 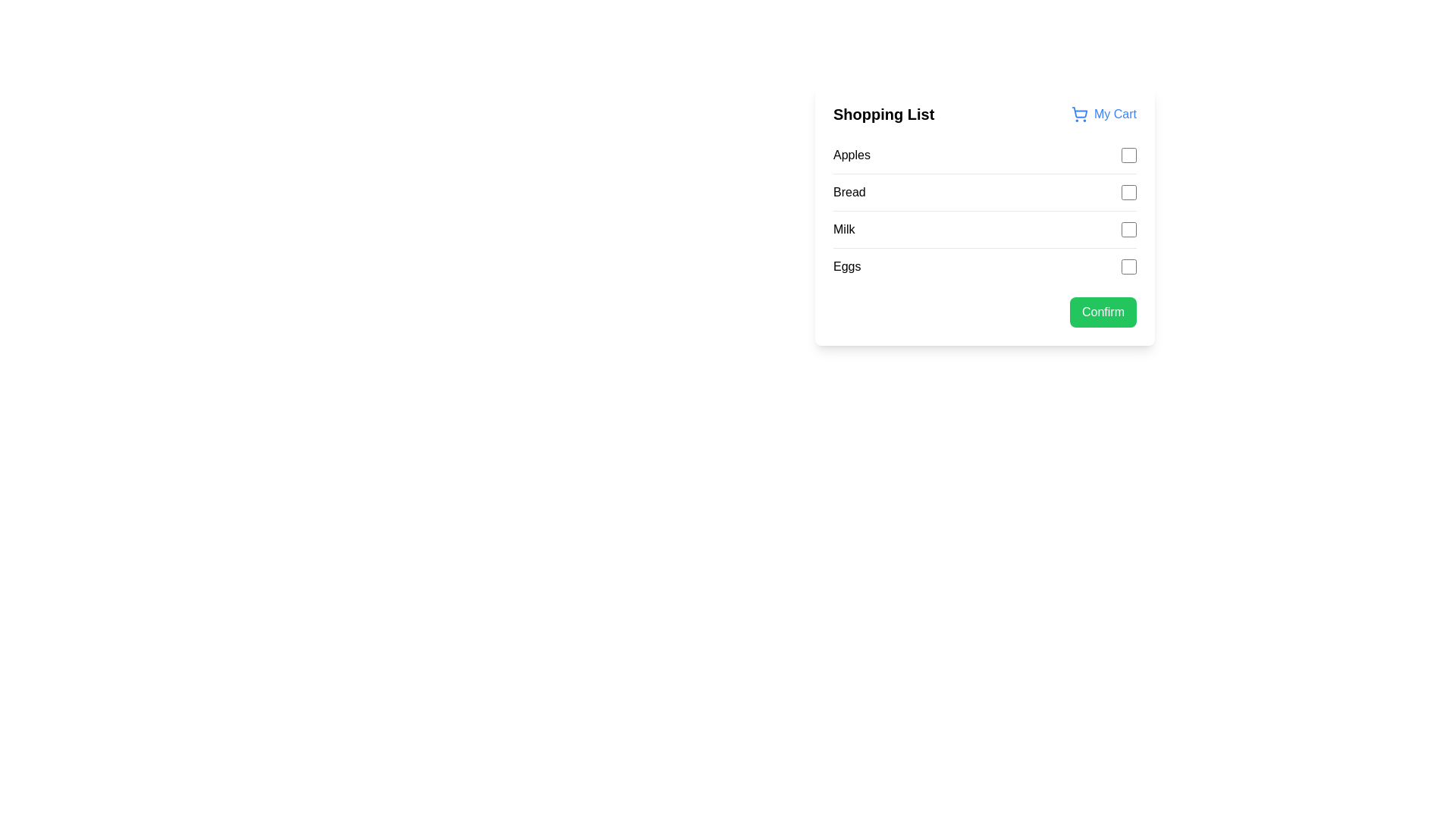 I want to click on the shopping cart icon located in the header of the shopping list card, next to the 'My Cart' label, so click(x=1079, y=111).